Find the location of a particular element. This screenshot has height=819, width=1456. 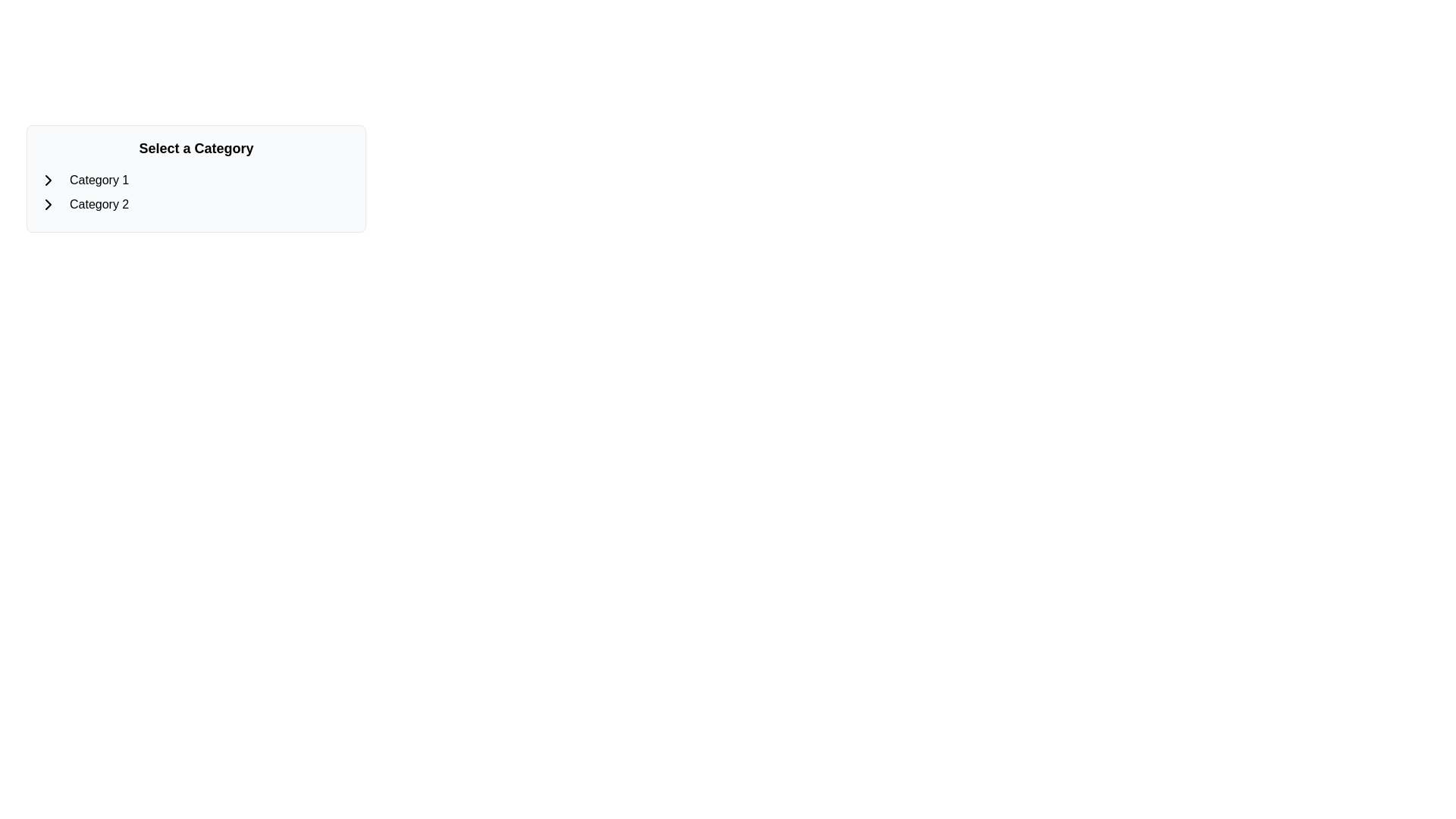

the button with a chevron pointing to the right, located to the left of the 'Category 1' text in the 'Select a Category' group is located at coordinates (48, 180).